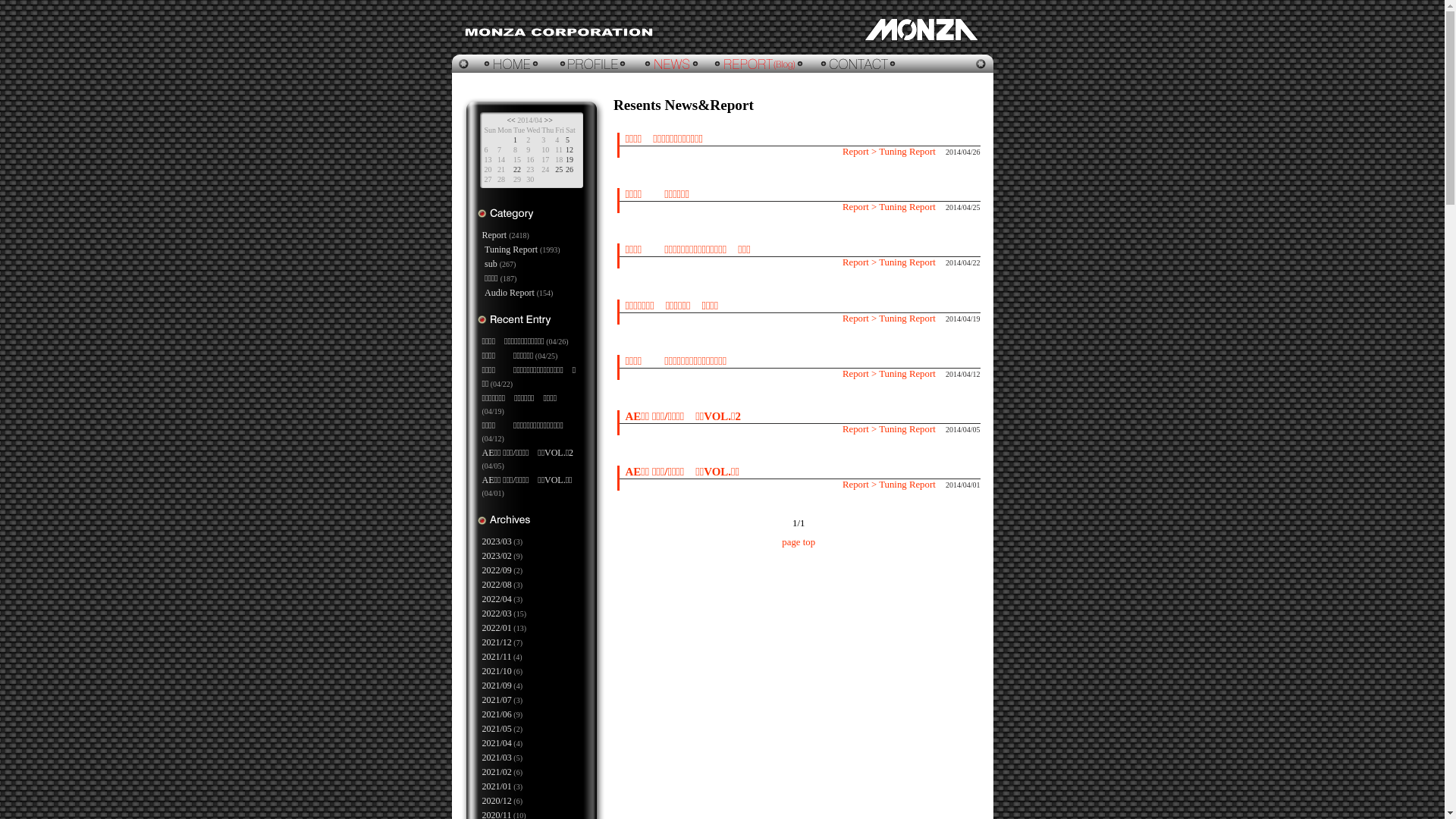 The height and width of the screenshot is (819, 1456). What do you see at coordinates (497, 670) in the screenshot?
I see `'2021/10'` at bounding box center [497, 670].